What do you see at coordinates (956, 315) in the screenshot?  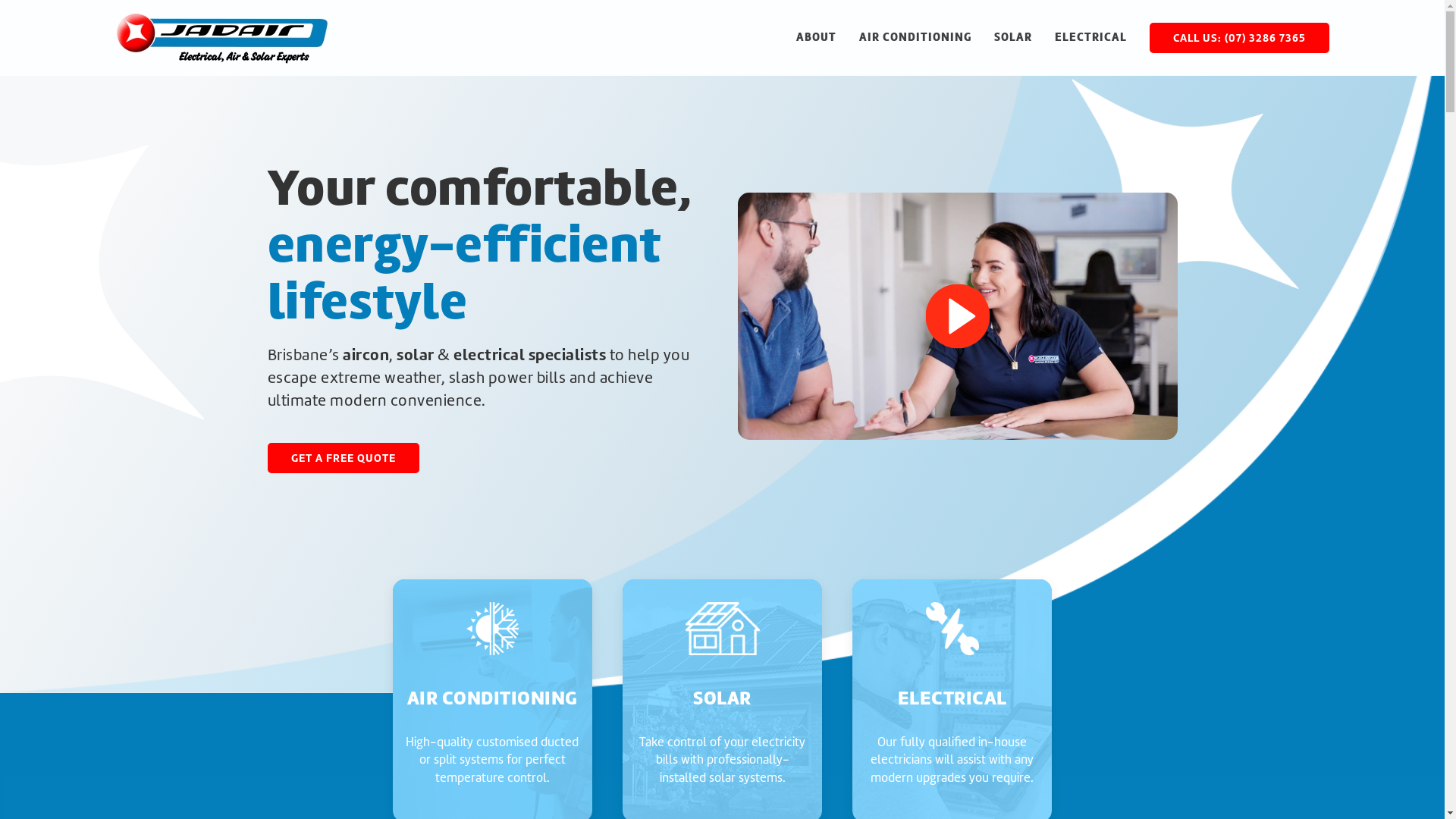 I see `'YouTube video player'` at bounding box center [956, 315].